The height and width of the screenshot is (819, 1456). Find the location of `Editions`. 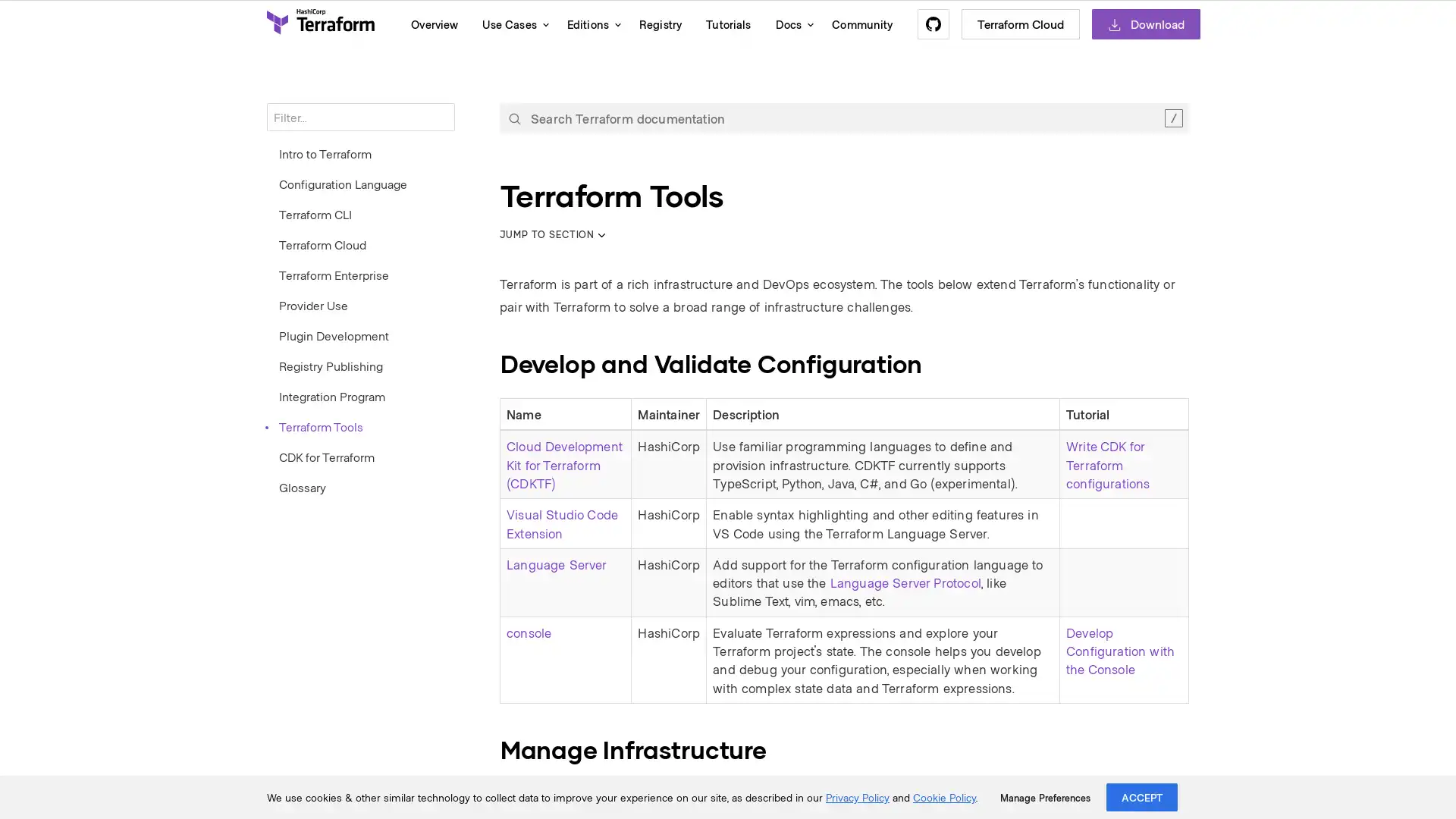

Editions is located at coordinates (589, 24).